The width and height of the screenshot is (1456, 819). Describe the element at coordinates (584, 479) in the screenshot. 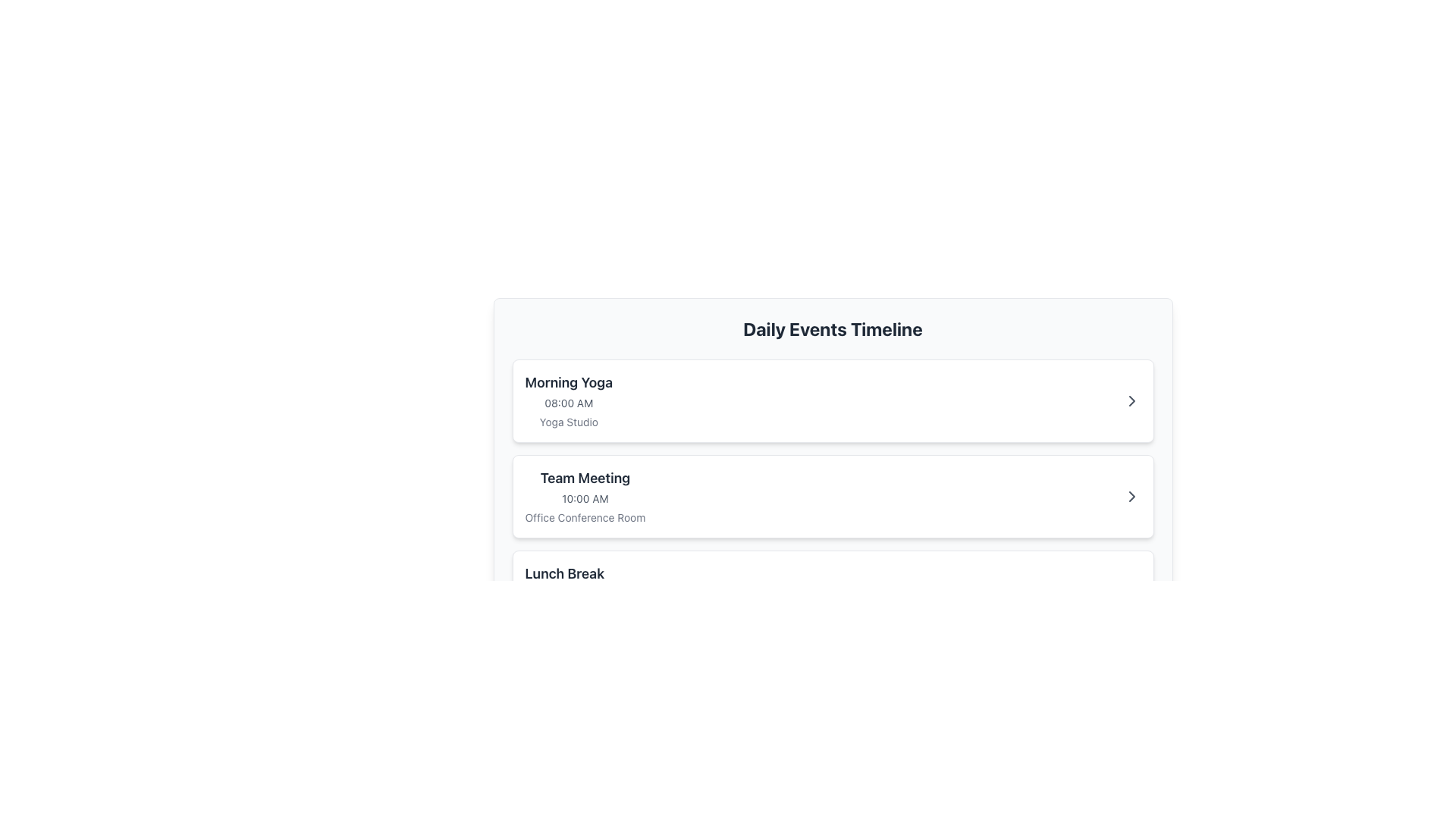

I see `the 'Team Meeting' text display, which serves as the header for the scheduled event in the daily events listing` at that location.